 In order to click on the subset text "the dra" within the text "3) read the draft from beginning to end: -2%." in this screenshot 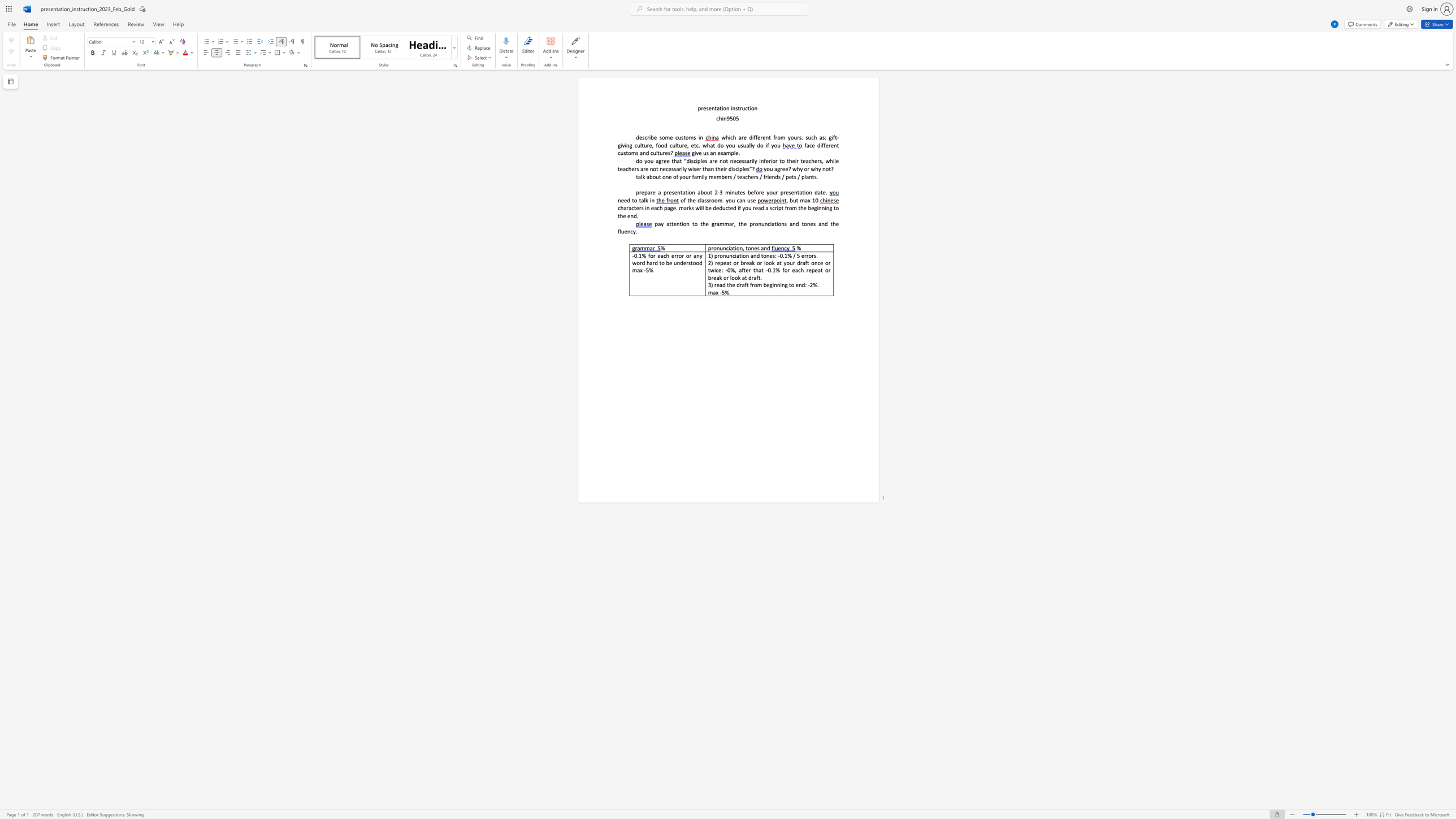, I will do `click(726, 284)`.